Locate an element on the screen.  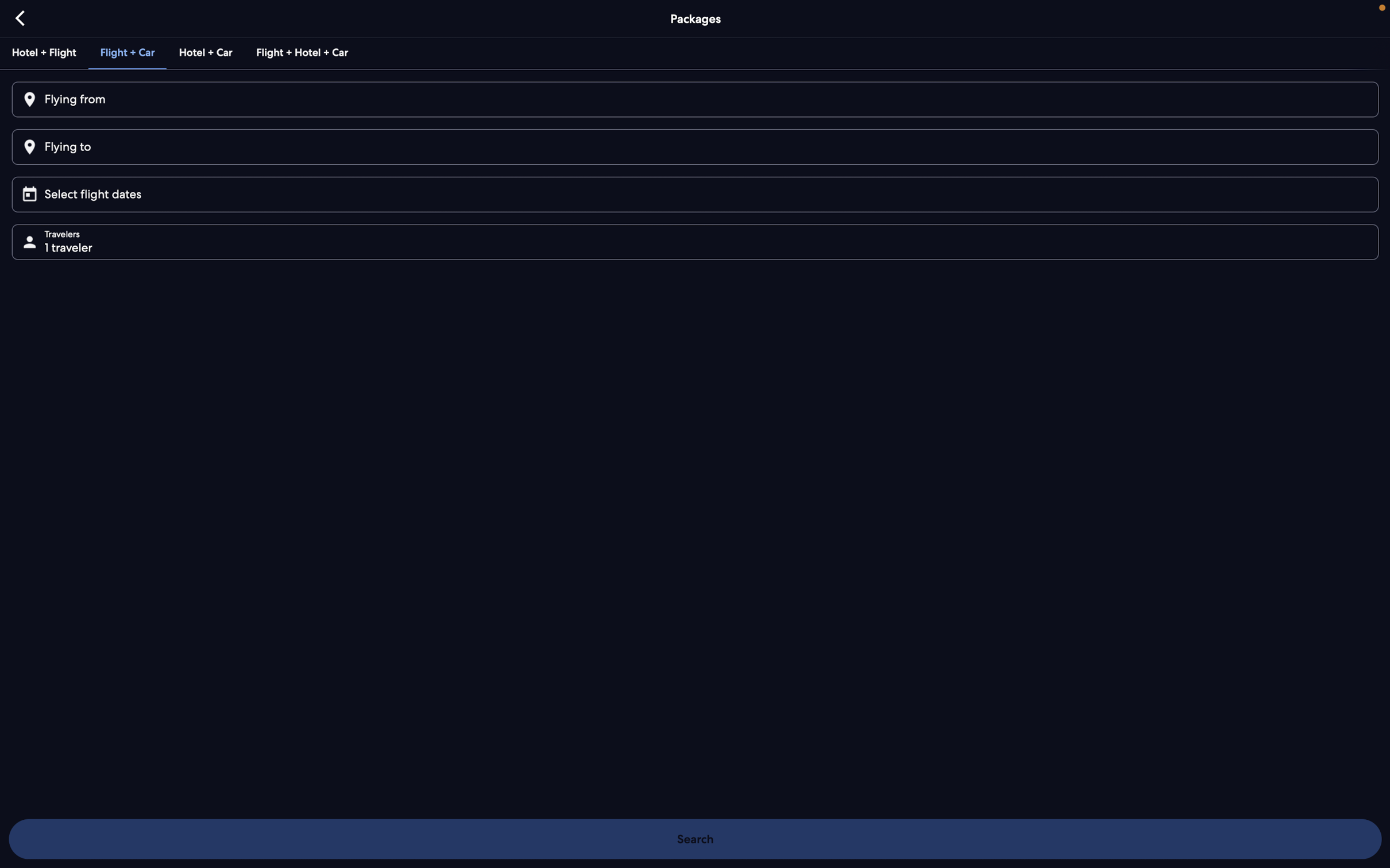
"Bangalore" as the starting point for your journey is located at coordinates (693, 100).